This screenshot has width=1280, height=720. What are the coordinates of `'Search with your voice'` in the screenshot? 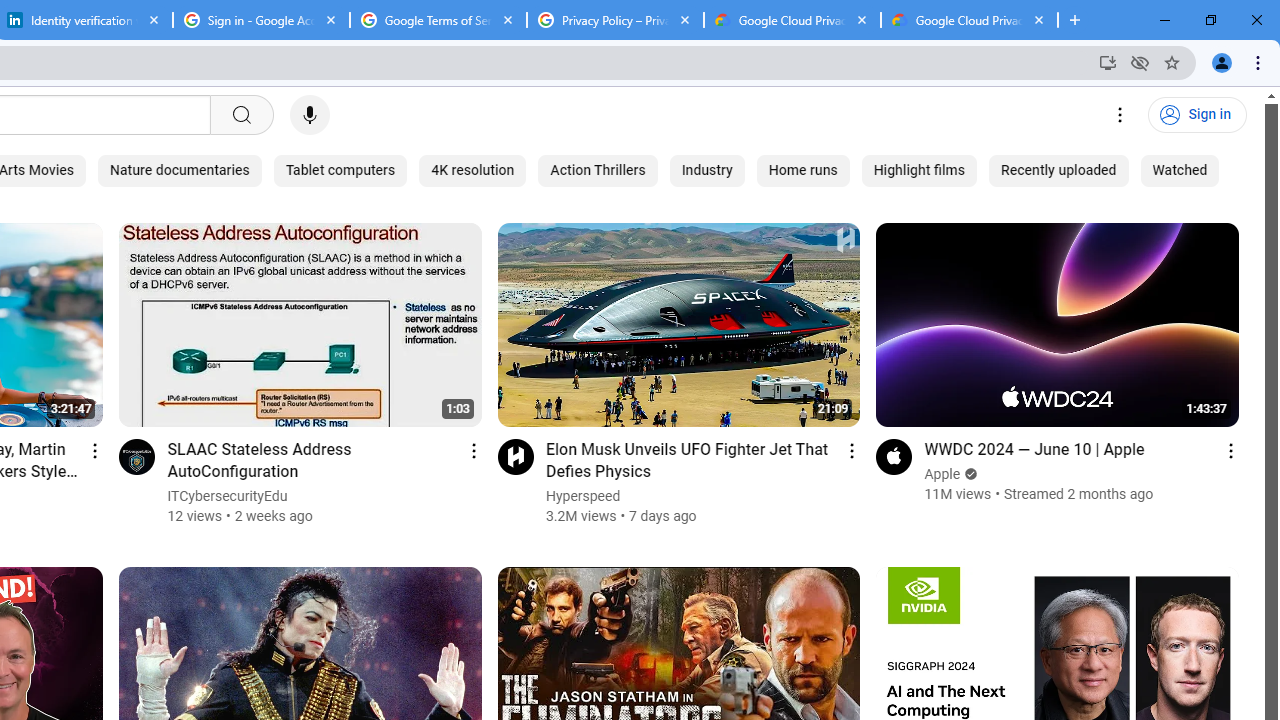 It's located at (308, 115).